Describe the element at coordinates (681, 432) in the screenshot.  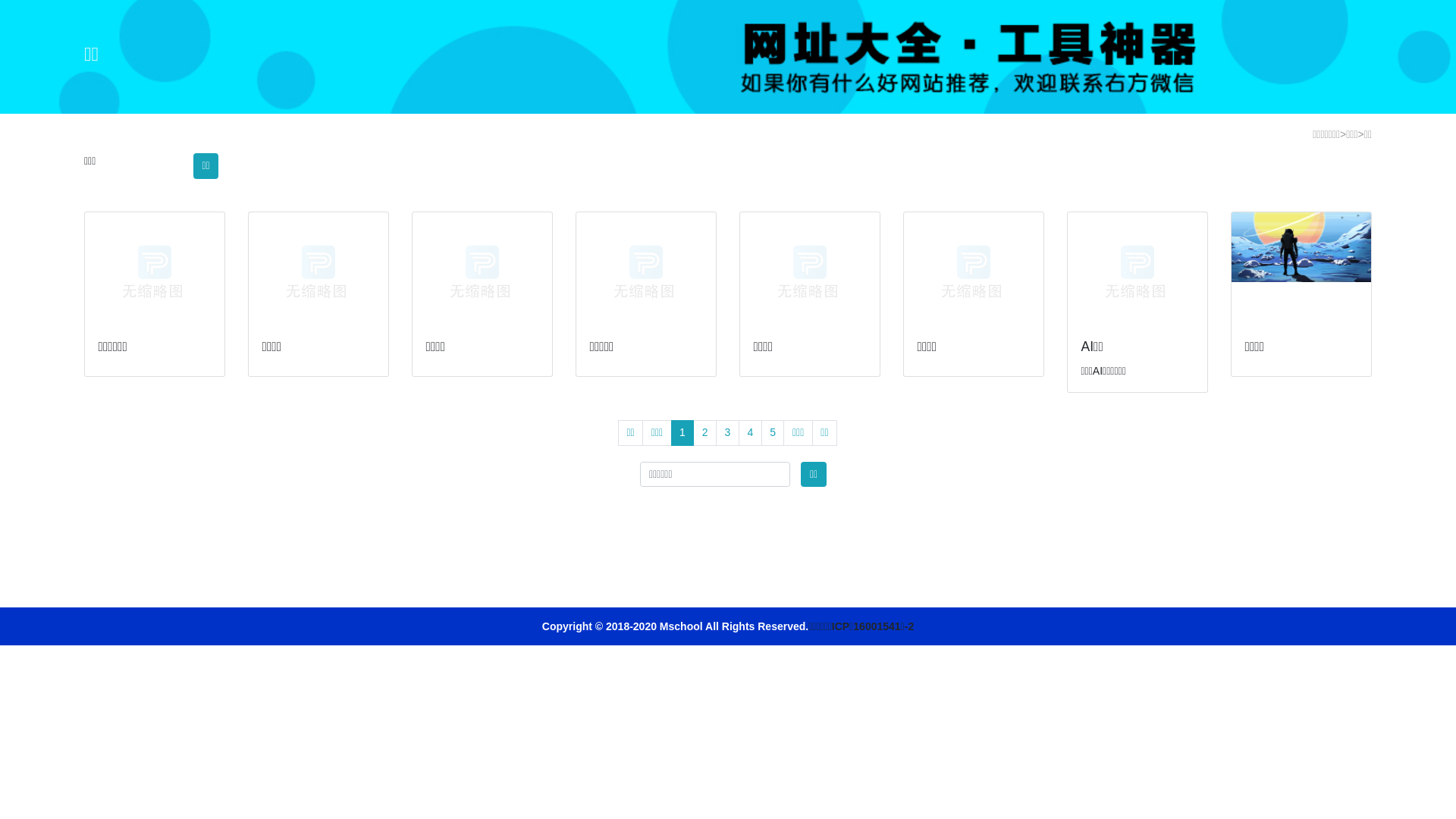
I see `'1'` at that location.